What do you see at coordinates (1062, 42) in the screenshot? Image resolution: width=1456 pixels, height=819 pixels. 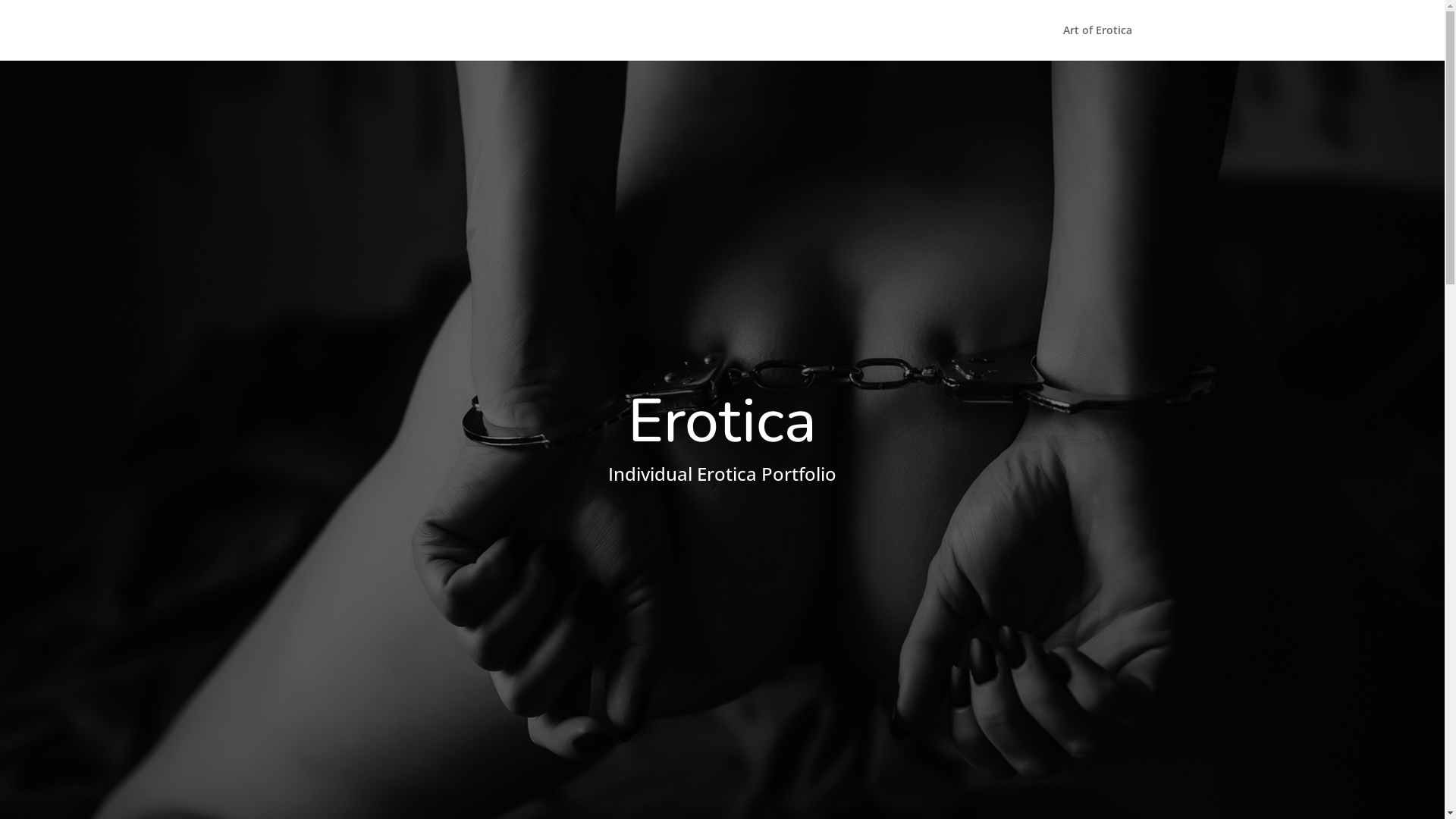 I see `'Art of Erotica'` at bounding box center [1062, 42].